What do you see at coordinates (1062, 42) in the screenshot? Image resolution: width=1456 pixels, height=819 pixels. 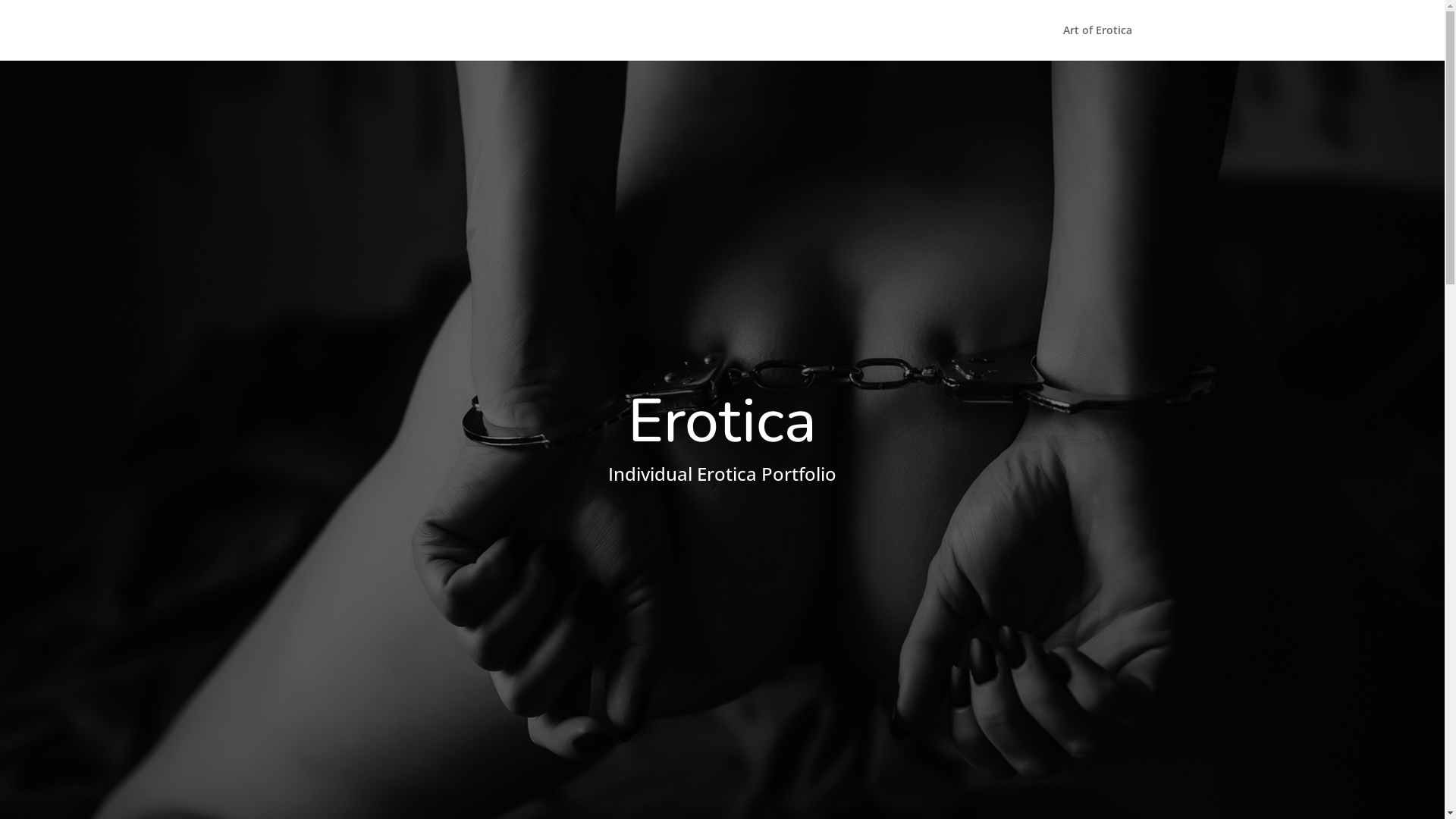 I see `'Art of Erotica'` at bounding box center [1062, 42].